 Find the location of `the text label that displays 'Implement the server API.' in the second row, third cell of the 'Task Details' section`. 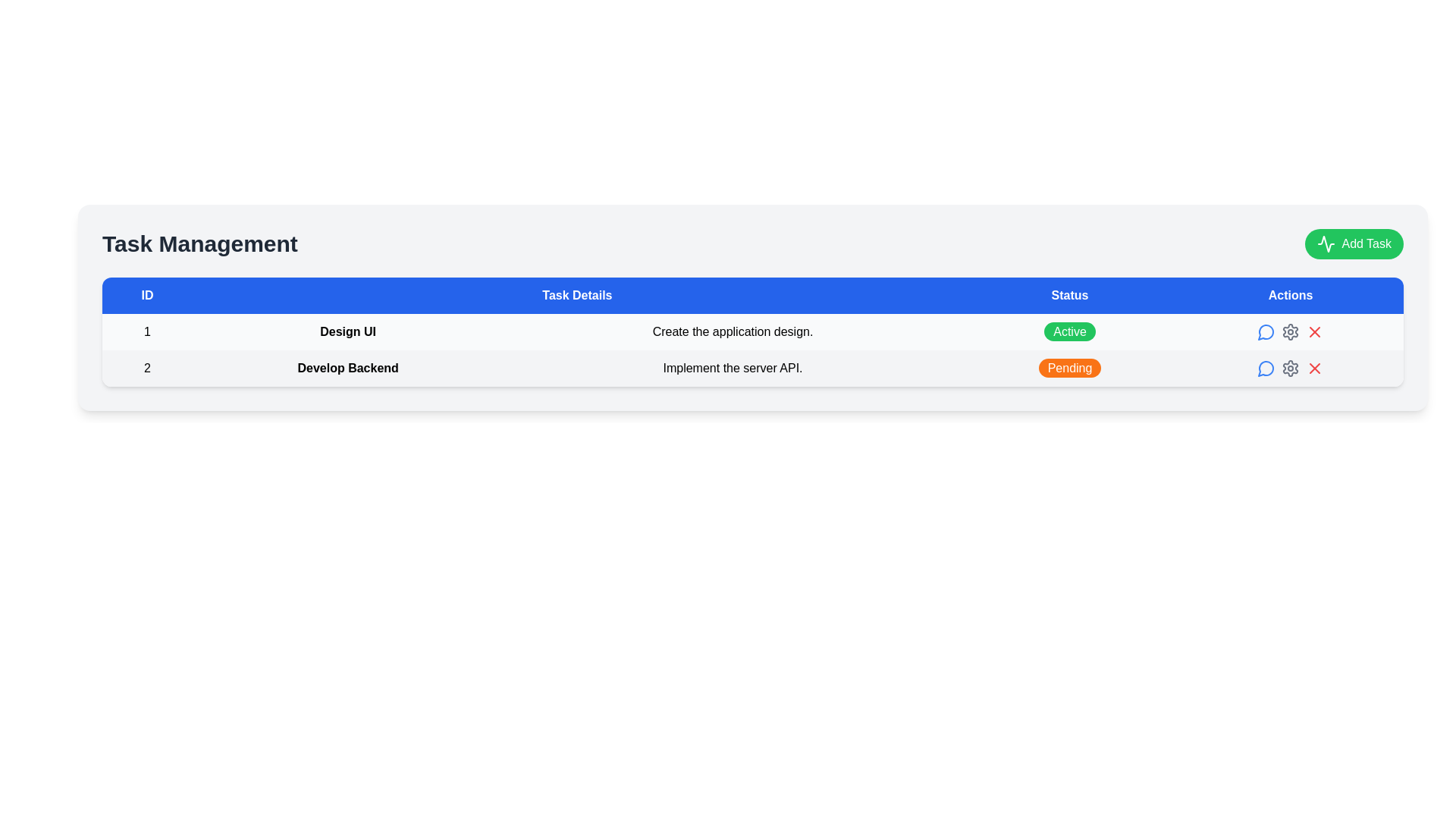

the text label that displays 'Implement the server API.' in the second row, third cell of the 'Task Details' section is located at coordinates (733, 369).